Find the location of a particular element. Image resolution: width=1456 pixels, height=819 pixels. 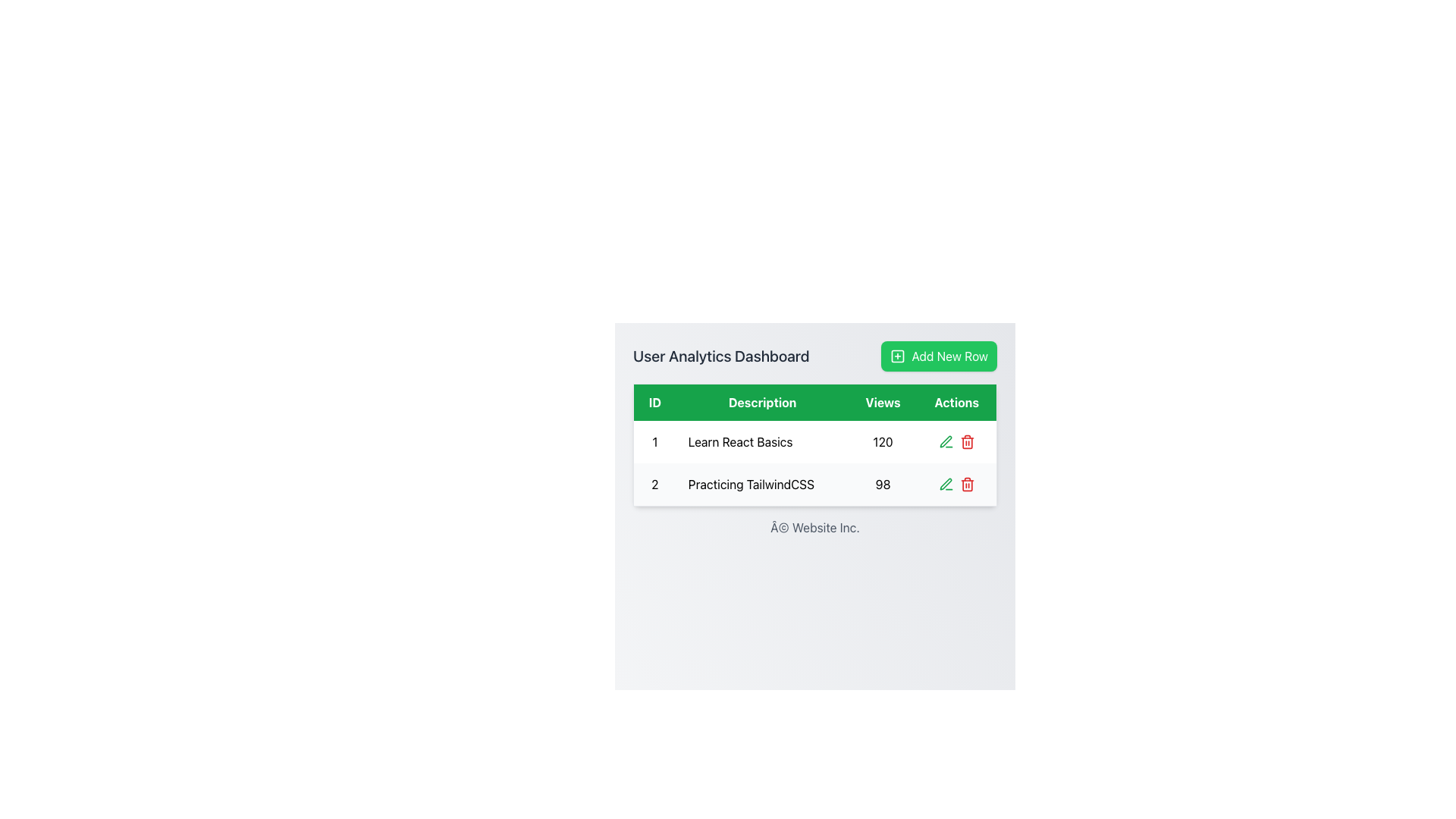

the edit icon button located in the 'Actions' column of the second row of the data table is located at coordinates (945, 485).